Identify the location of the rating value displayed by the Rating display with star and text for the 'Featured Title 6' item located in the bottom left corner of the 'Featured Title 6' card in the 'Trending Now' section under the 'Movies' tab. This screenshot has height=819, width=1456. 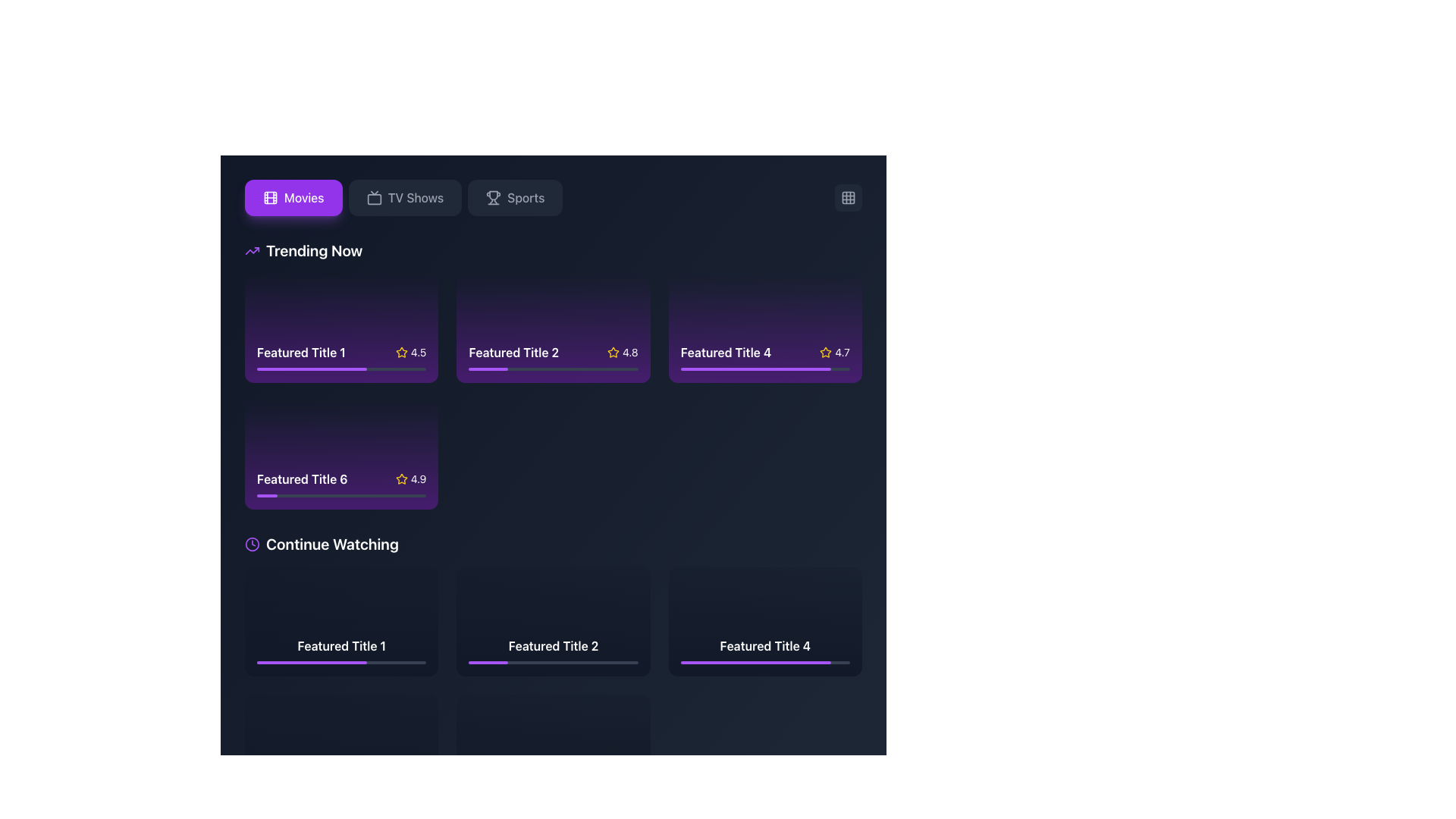
(411, 479).